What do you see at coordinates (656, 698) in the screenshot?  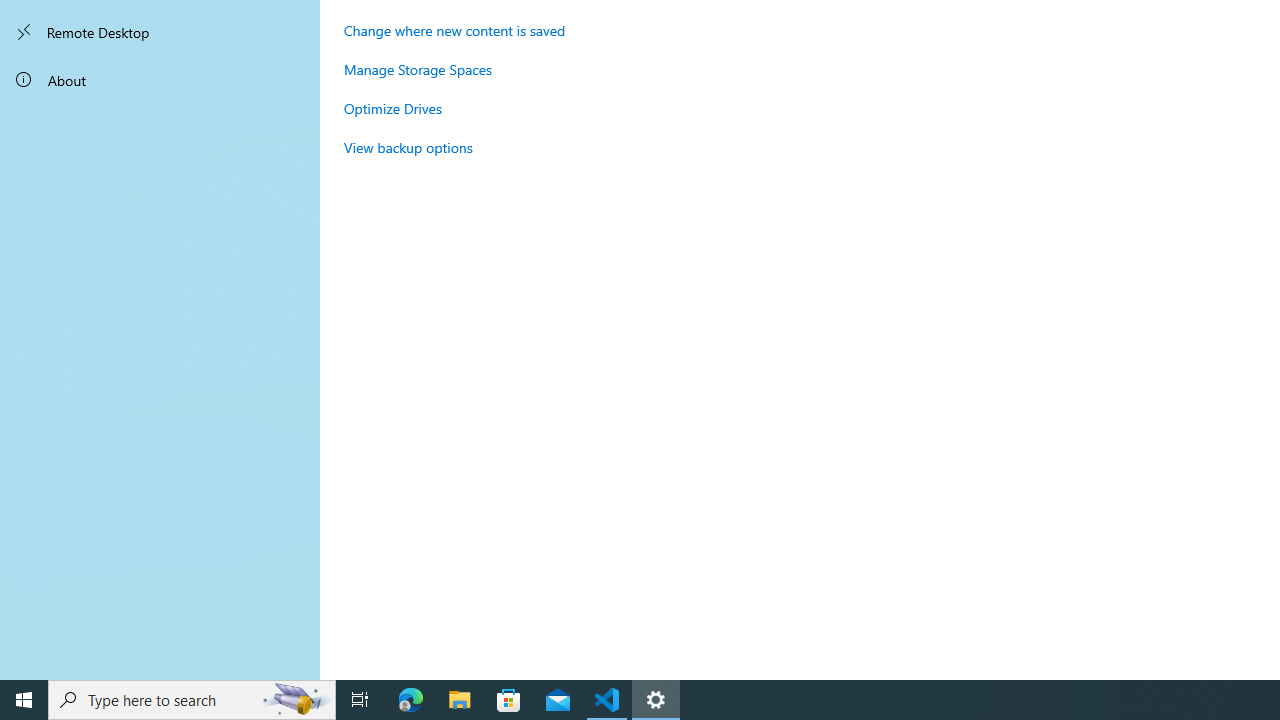 I see `'Settings - 1 running window'` at bounding box center [656, 698].